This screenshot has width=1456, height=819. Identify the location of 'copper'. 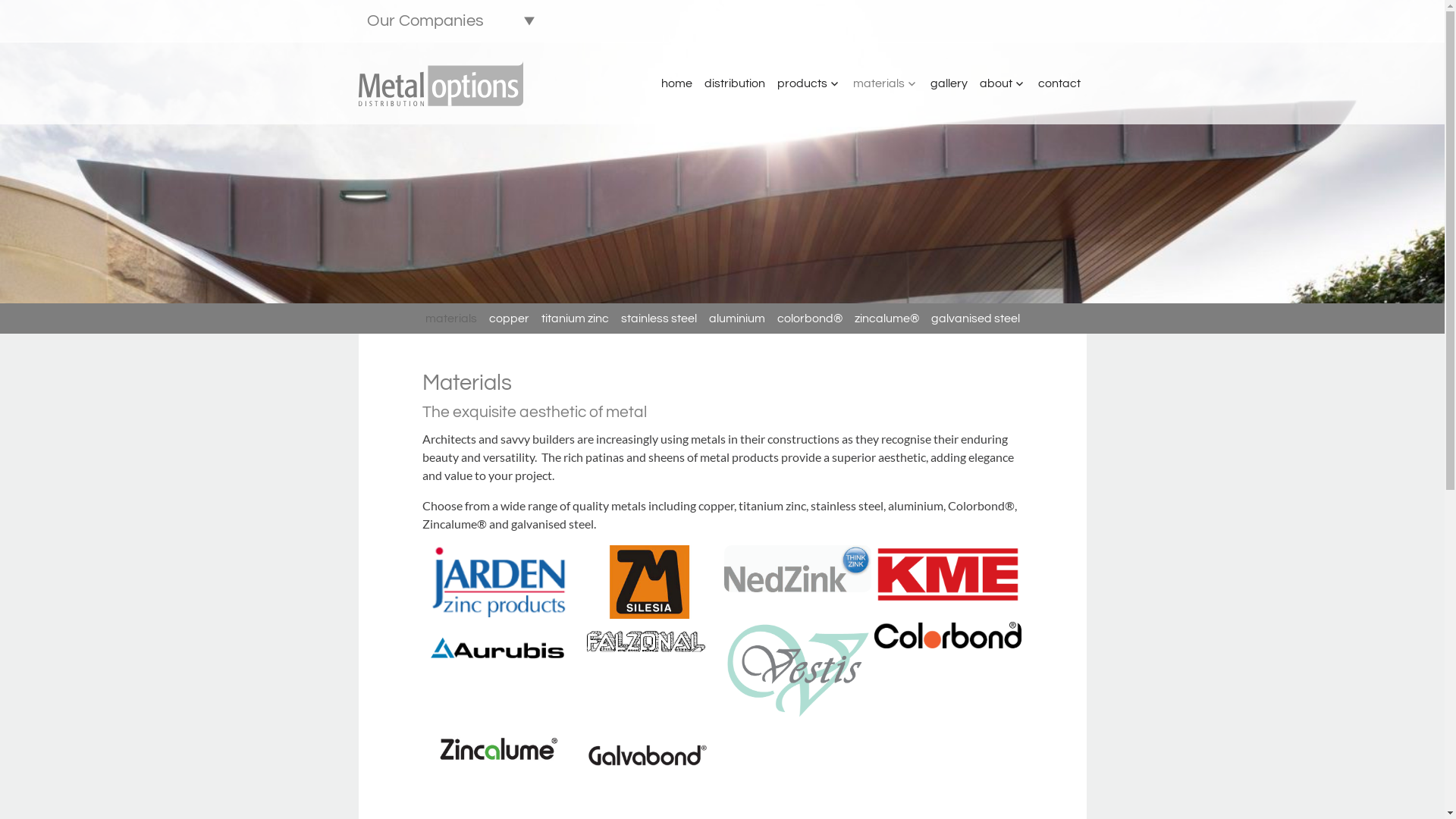
(508, 318).